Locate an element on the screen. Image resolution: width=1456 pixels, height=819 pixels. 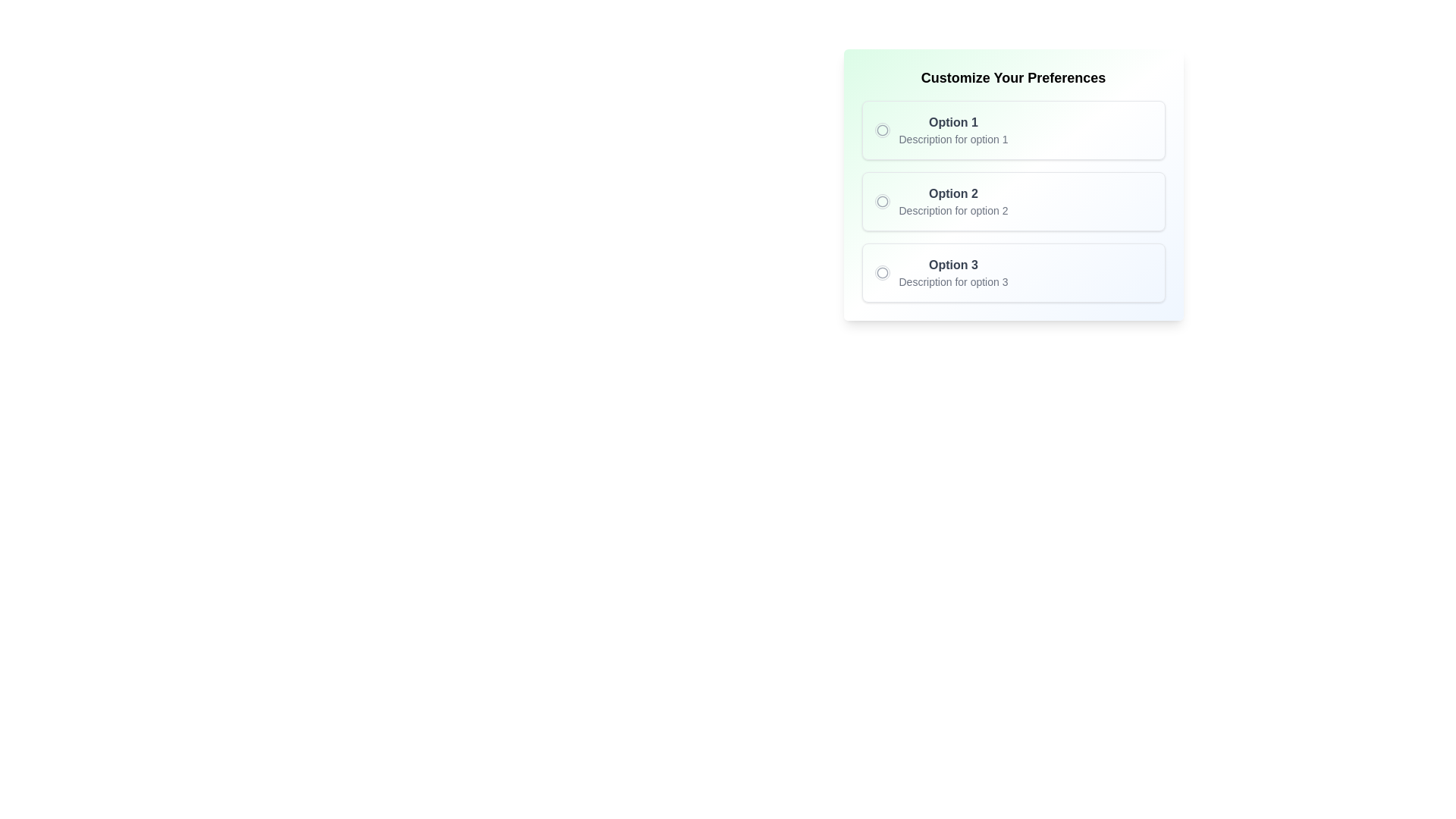
the radio button for 'Option 3' is located at coordinates (882, 271).